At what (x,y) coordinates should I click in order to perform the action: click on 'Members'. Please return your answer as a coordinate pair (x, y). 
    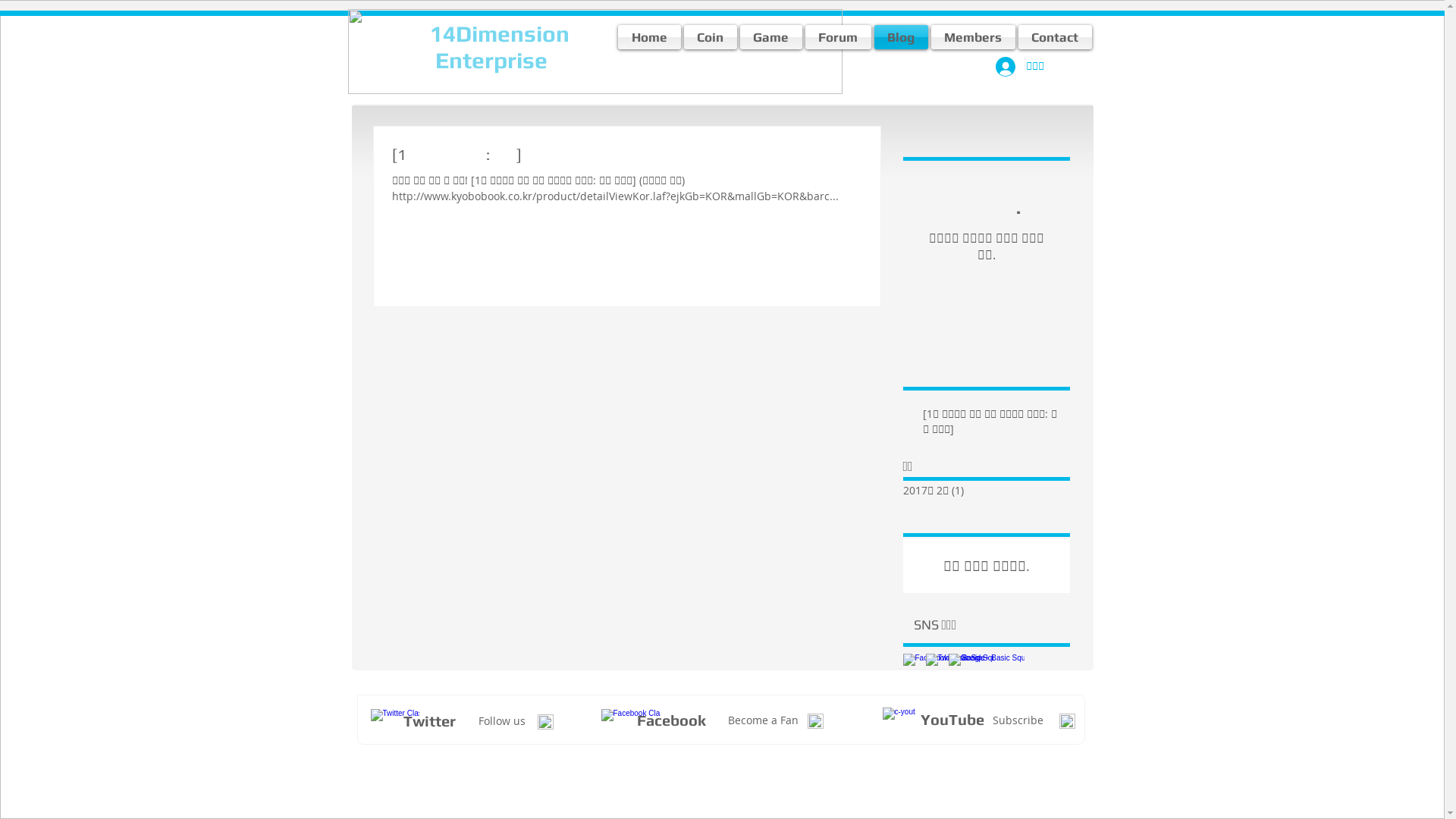
    Looking at the image, I should click on (973, 36).